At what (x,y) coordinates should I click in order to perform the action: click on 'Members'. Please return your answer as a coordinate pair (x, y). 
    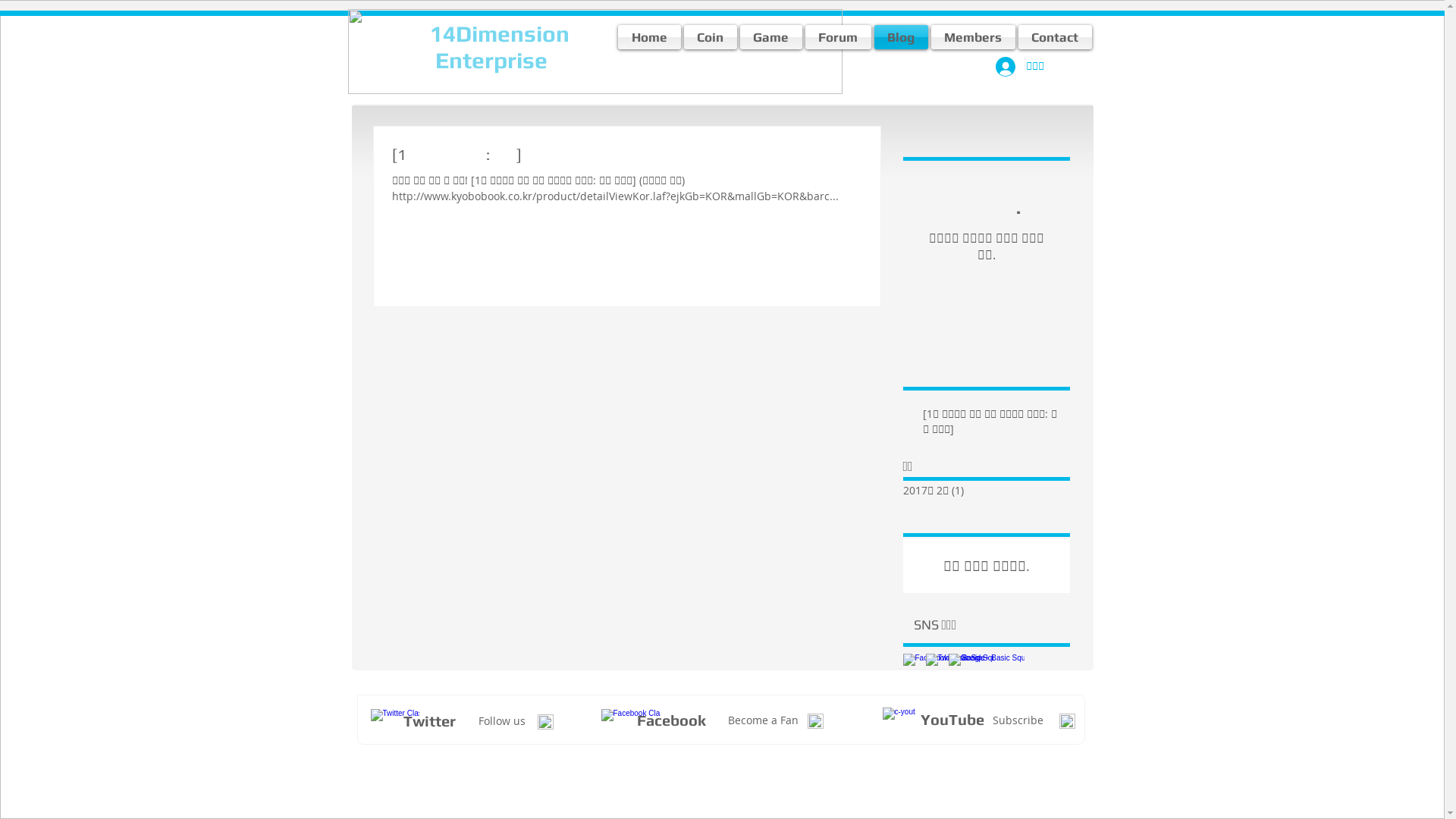
    Looking at the image, I should click on (973, 36).